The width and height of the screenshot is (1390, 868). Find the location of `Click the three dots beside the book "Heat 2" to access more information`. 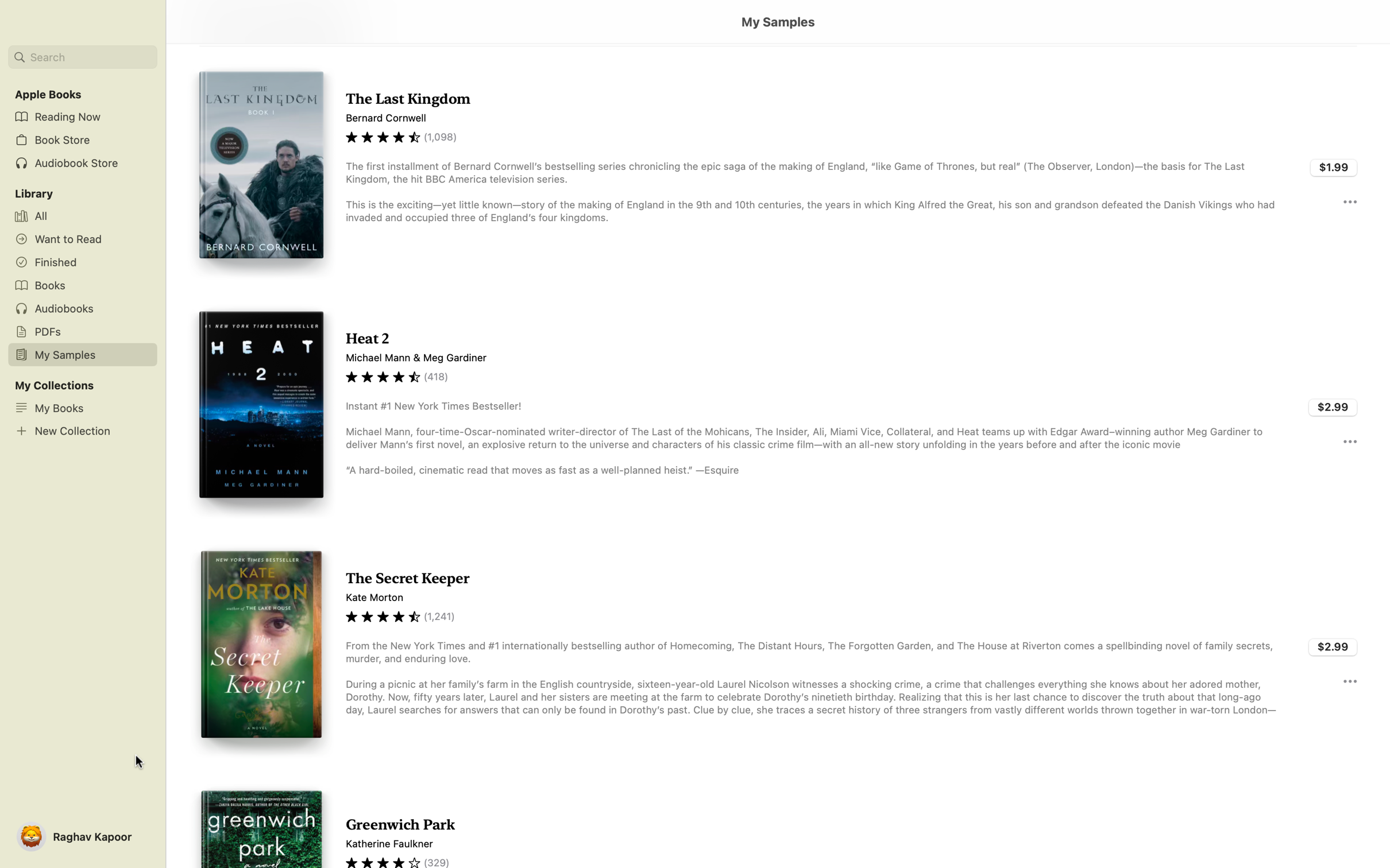

Click the three dots beside the book "Heat 2" to access more information is located at coordinates (1349, 441).